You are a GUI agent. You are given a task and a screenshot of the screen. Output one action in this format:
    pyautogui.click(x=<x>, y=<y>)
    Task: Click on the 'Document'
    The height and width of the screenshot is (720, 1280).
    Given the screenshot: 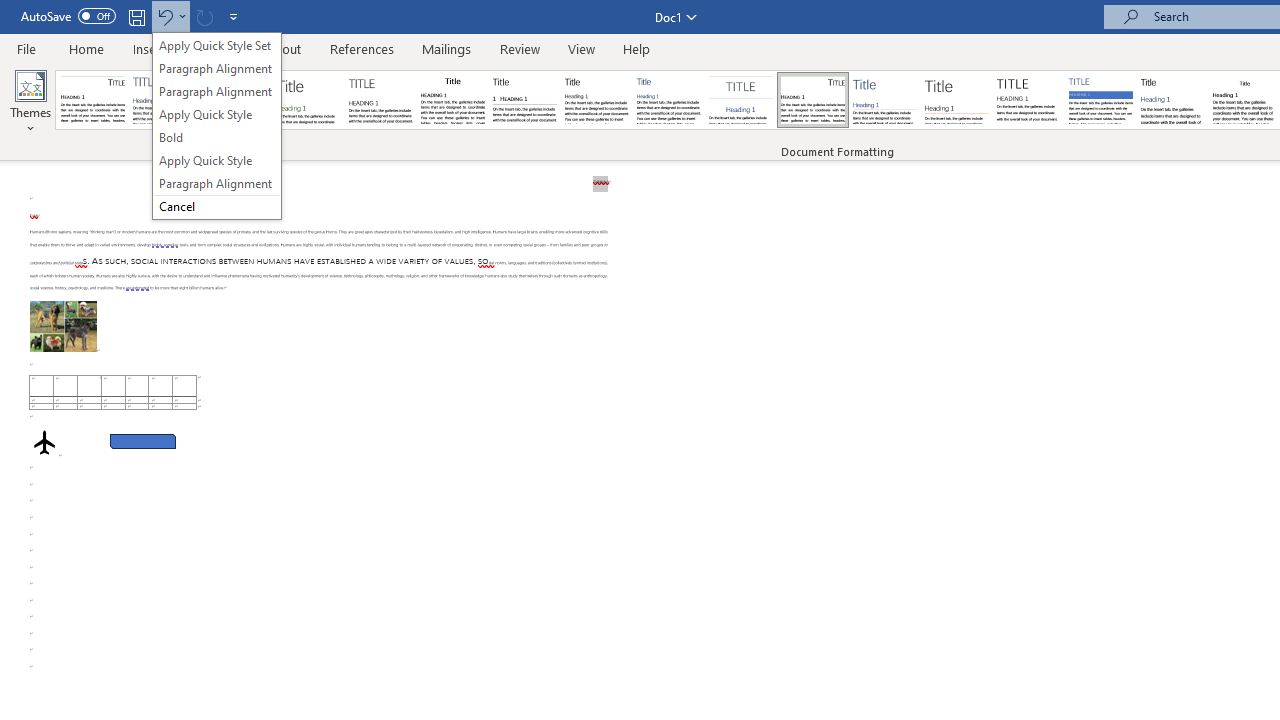 What is the action you would take?
    pyautogui.click(x=92, y=100)
    